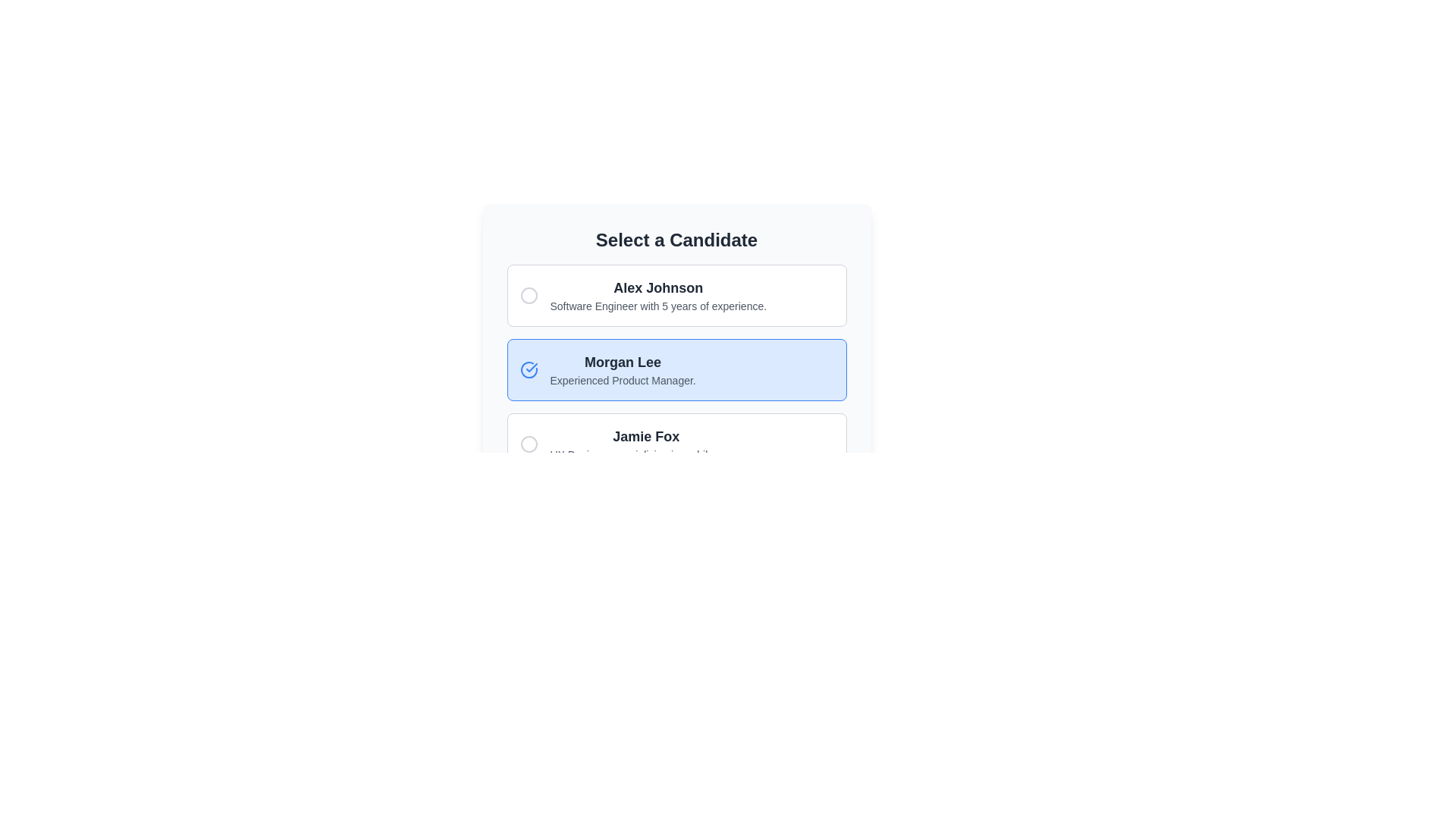 The height and width of the screenshot is (819, 1456). Describe the element at coordinates (529, 370) in the screenshot. I see `the highlighting effect of the stylized 'check-circle' graphic indicating that 'Morgan Lee' is selected` at that location.